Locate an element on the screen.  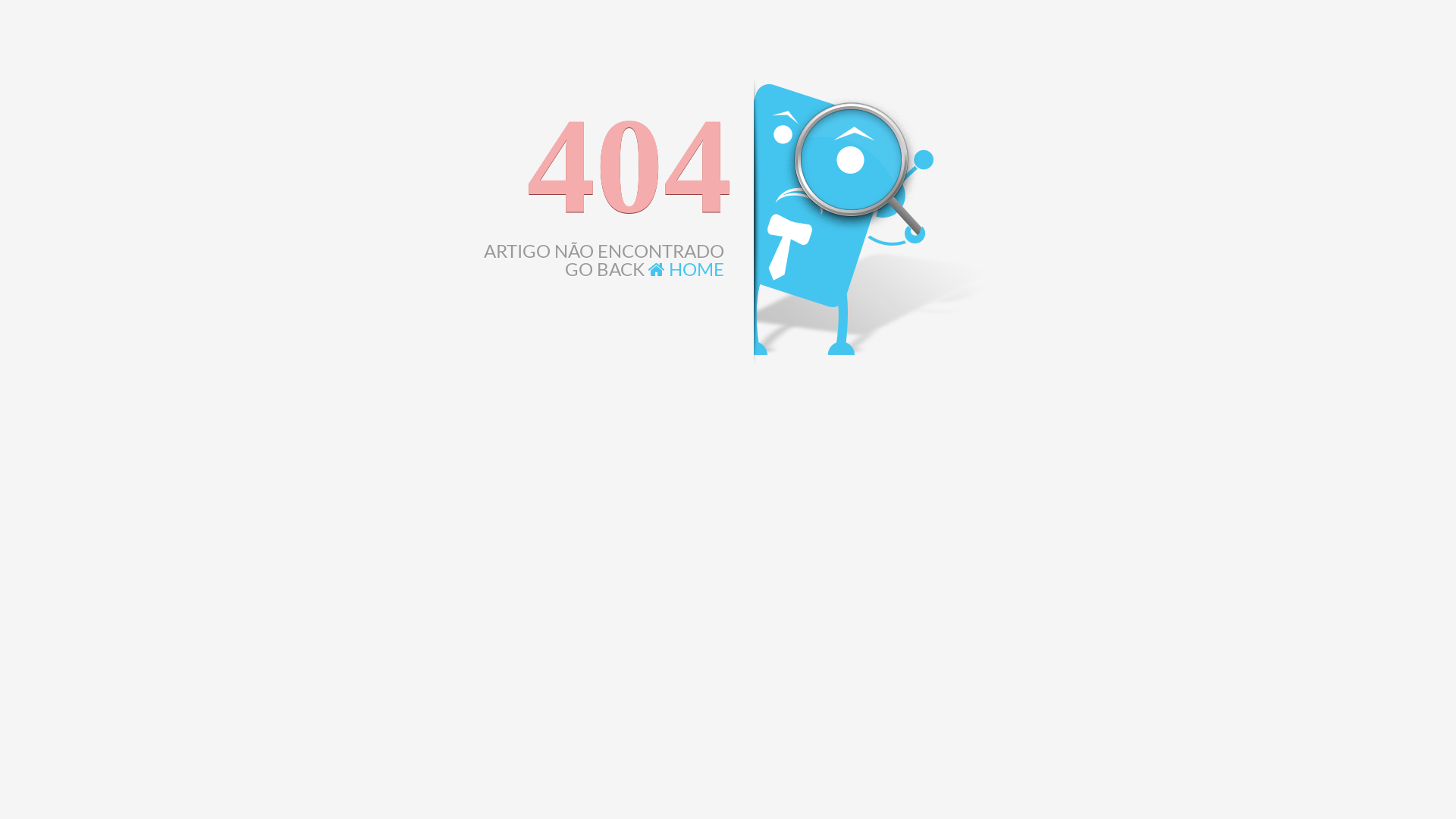
'HOME' is located at coordinates (686, 268).